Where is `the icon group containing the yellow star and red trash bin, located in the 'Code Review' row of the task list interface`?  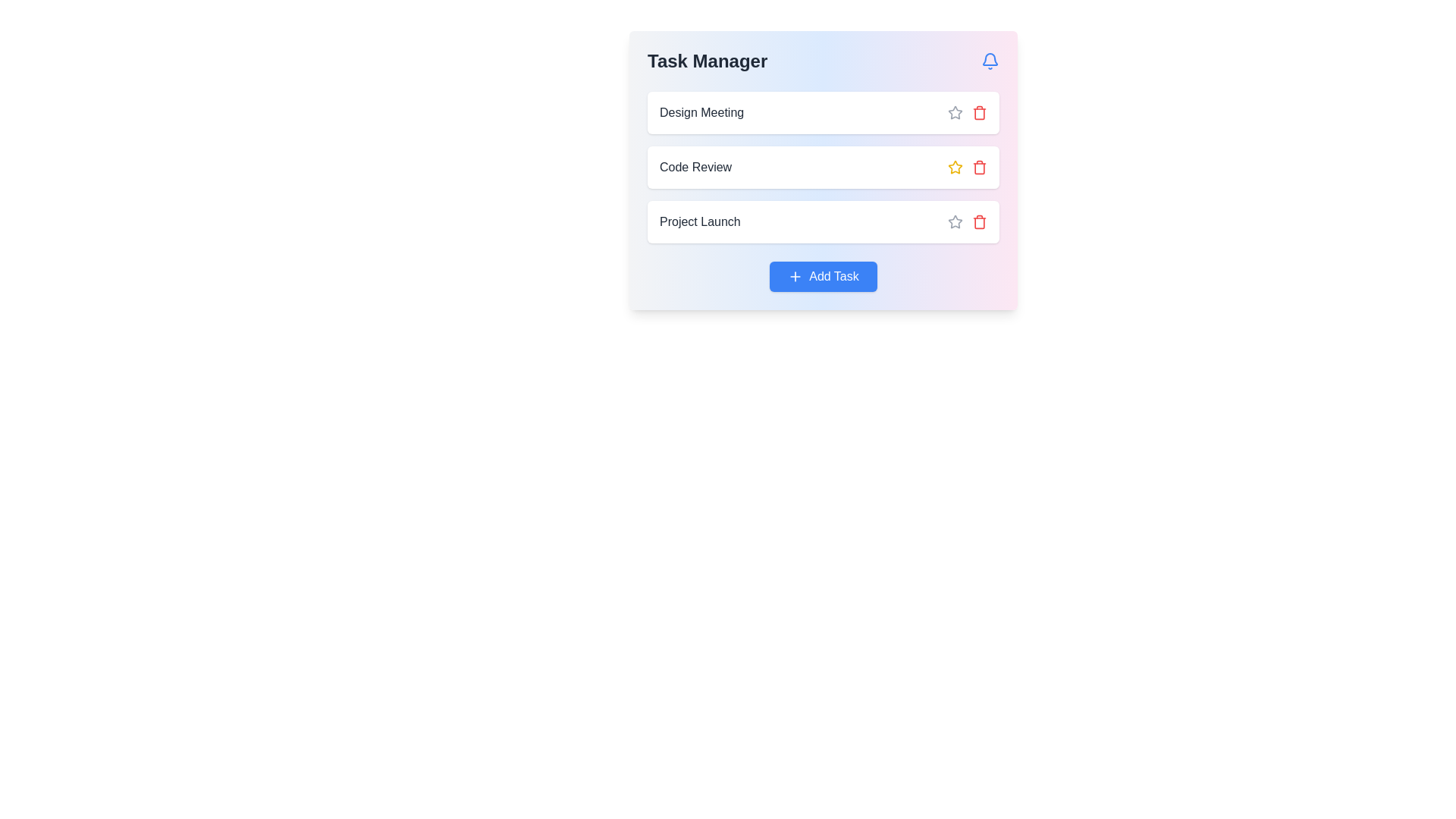
the icon group containing the yellow star and red trash bin, located in the 'Code Review' row of the task list interface is located at coordinates (967, 167).